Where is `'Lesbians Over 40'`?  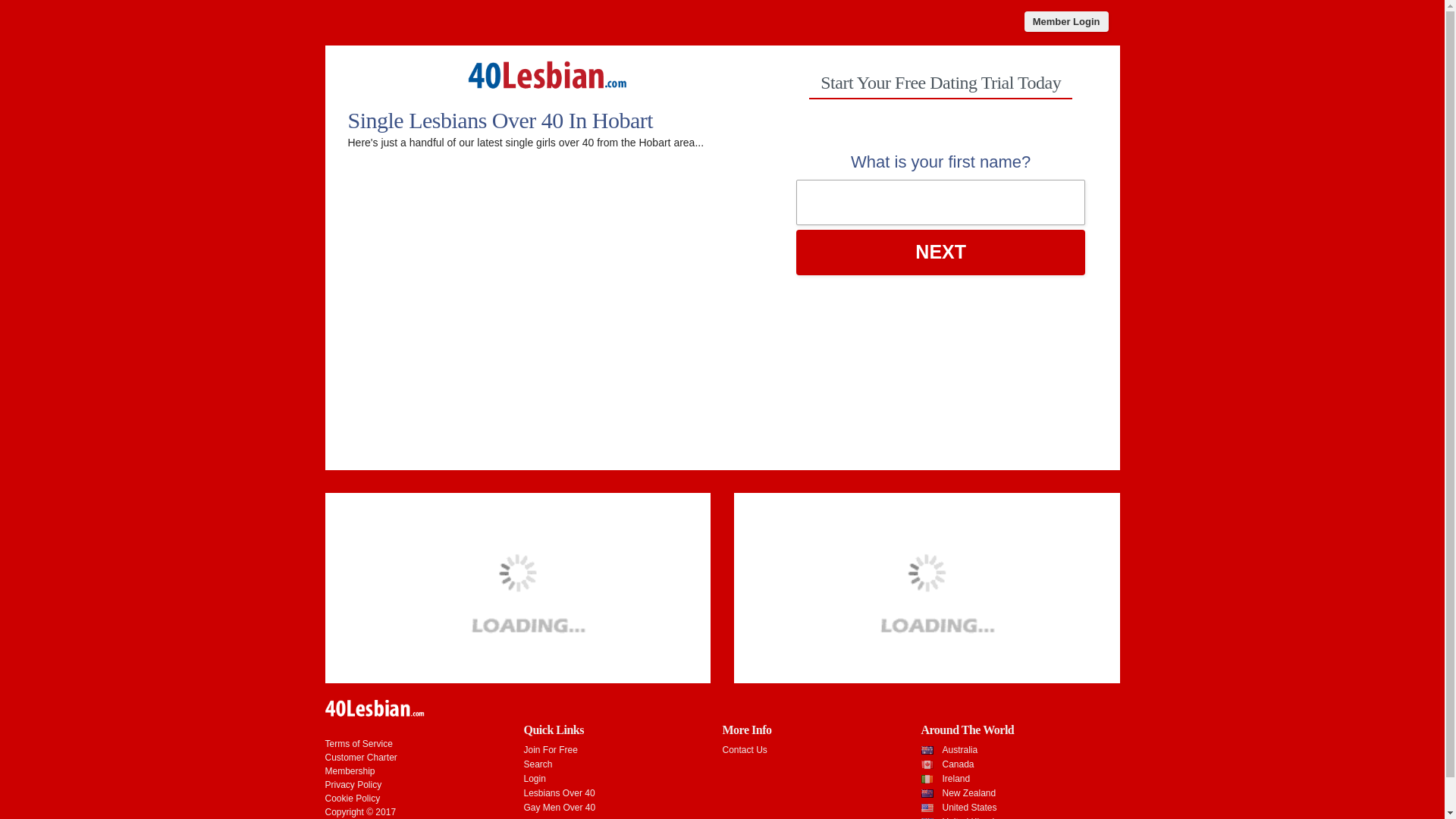
'Lesbians Over 40' is located at coordinates (558, 792).